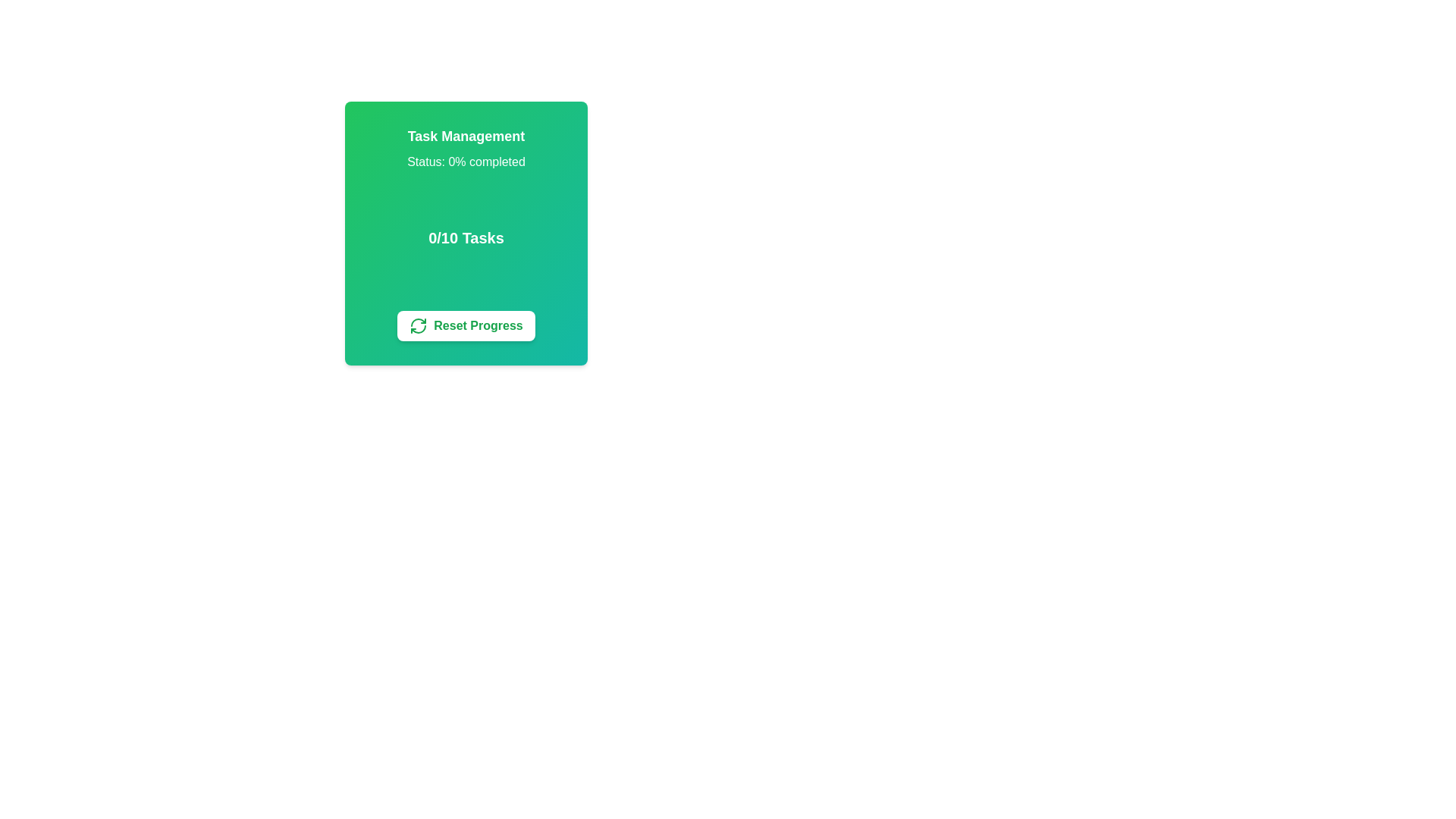 Image resolution: width=1456 pixels, height=819 pixels. What do you see at coordinates (465, 162) in the screenshot?
I see `the text label that indicates the current completion status in percentage, positioned below the 'Task Management' header and above the '0/10 Tasks' element` at bounding box center [465, 162].